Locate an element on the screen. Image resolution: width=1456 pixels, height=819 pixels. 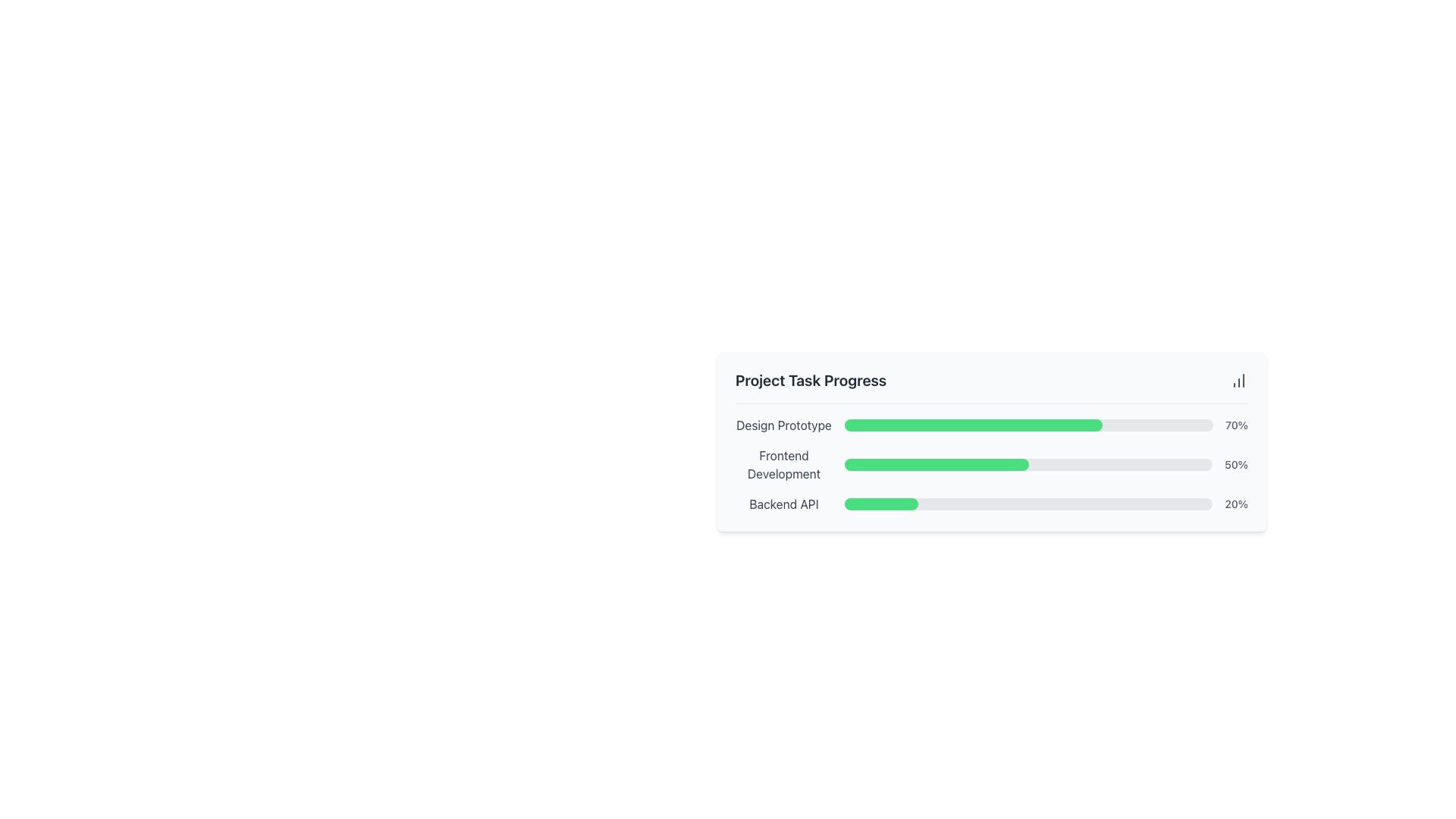
the green rectangular progress bar that is filled to 50%, located between the first progress bar labeled 'Design Prototype' and the third bar labeled 'Backend API' is located at coordinates (936, 464).